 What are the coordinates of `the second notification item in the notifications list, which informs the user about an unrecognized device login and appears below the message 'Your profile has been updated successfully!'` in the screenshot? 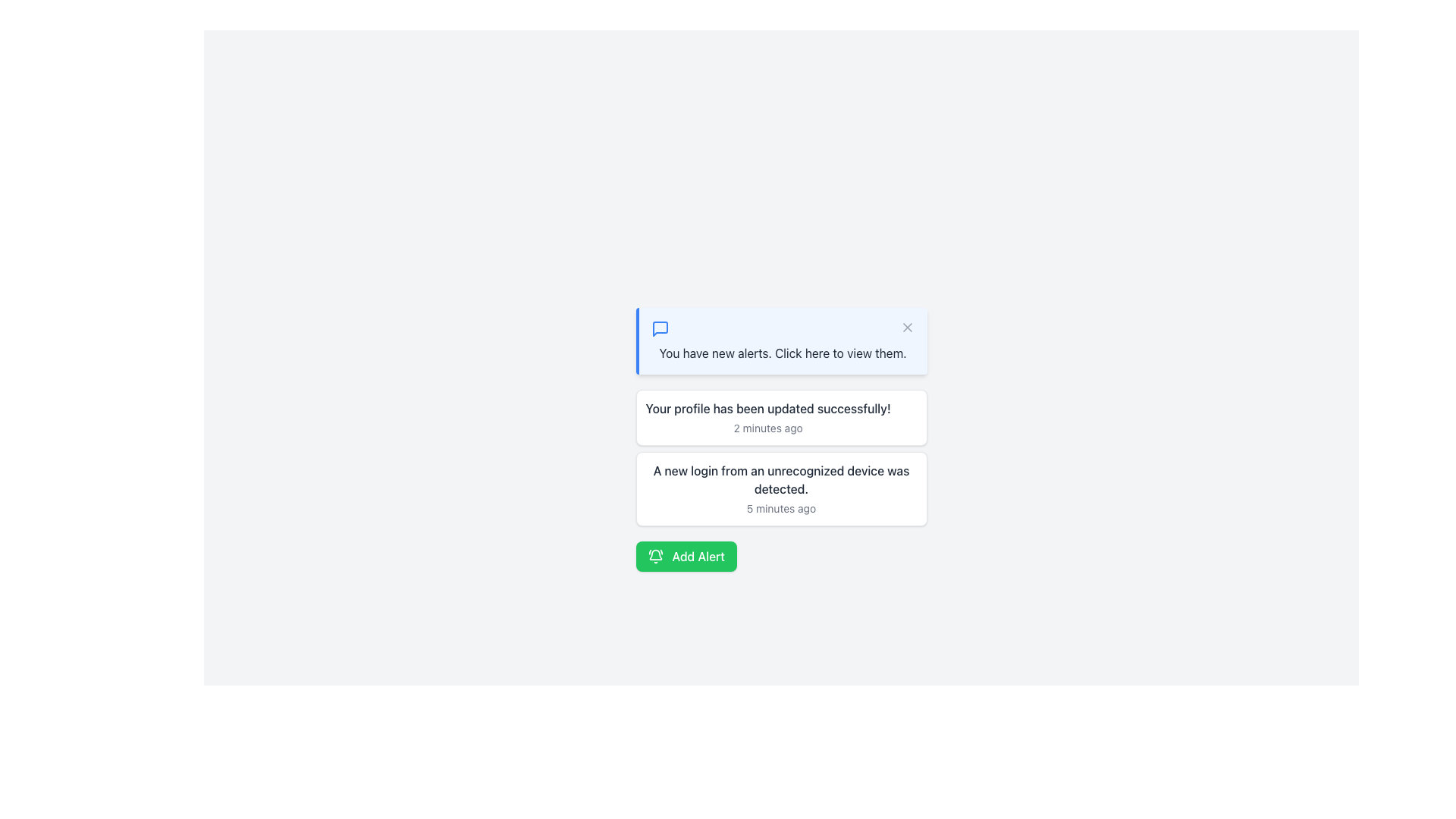 It's located at (781, 488).